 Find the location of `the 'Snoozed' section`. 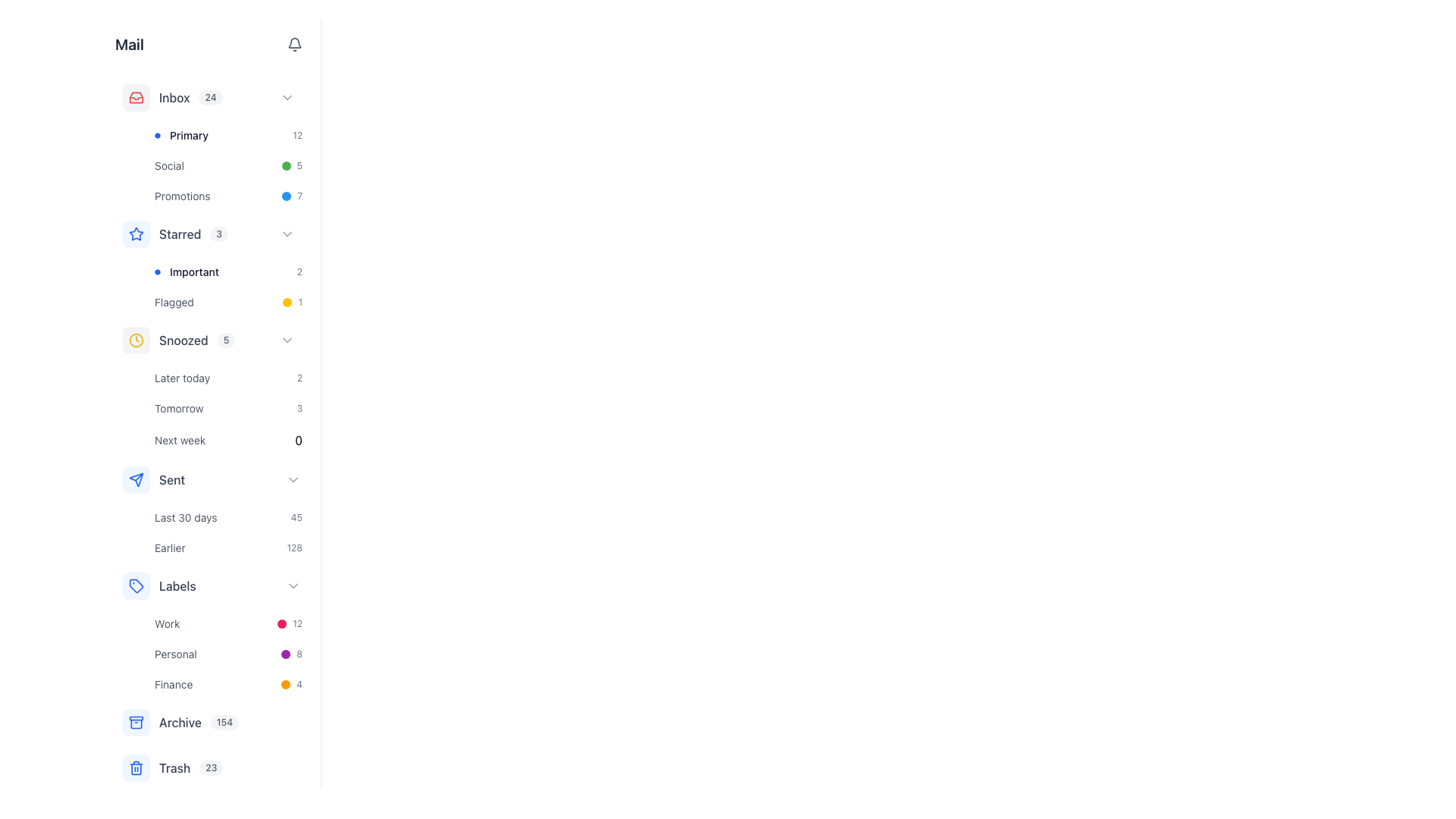

the 'Snoozed' section is located at coordinates (178, 339).